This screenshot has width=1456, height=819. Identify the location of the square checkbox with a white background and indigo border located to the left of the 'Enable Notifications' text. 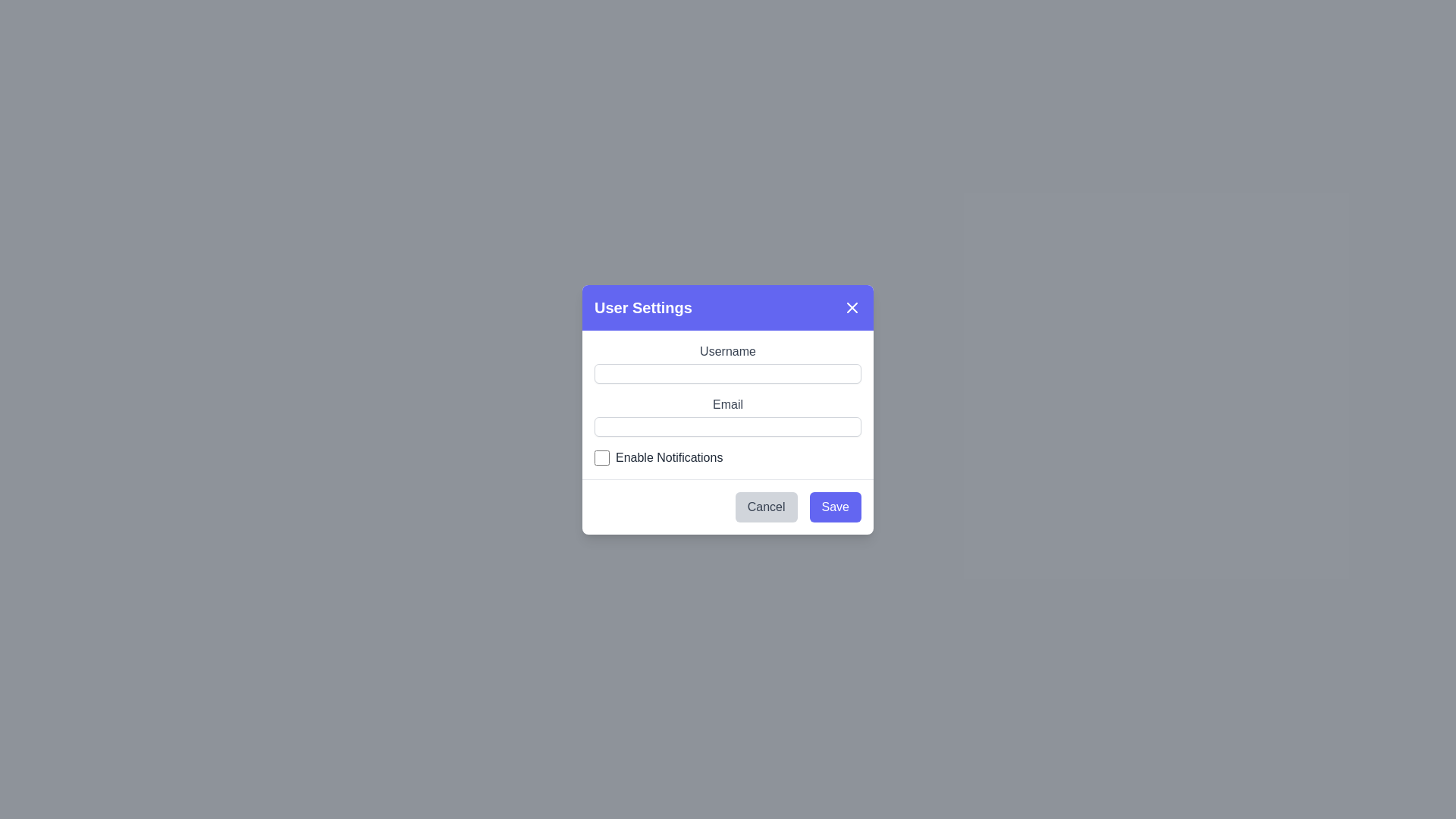
(601, 457).